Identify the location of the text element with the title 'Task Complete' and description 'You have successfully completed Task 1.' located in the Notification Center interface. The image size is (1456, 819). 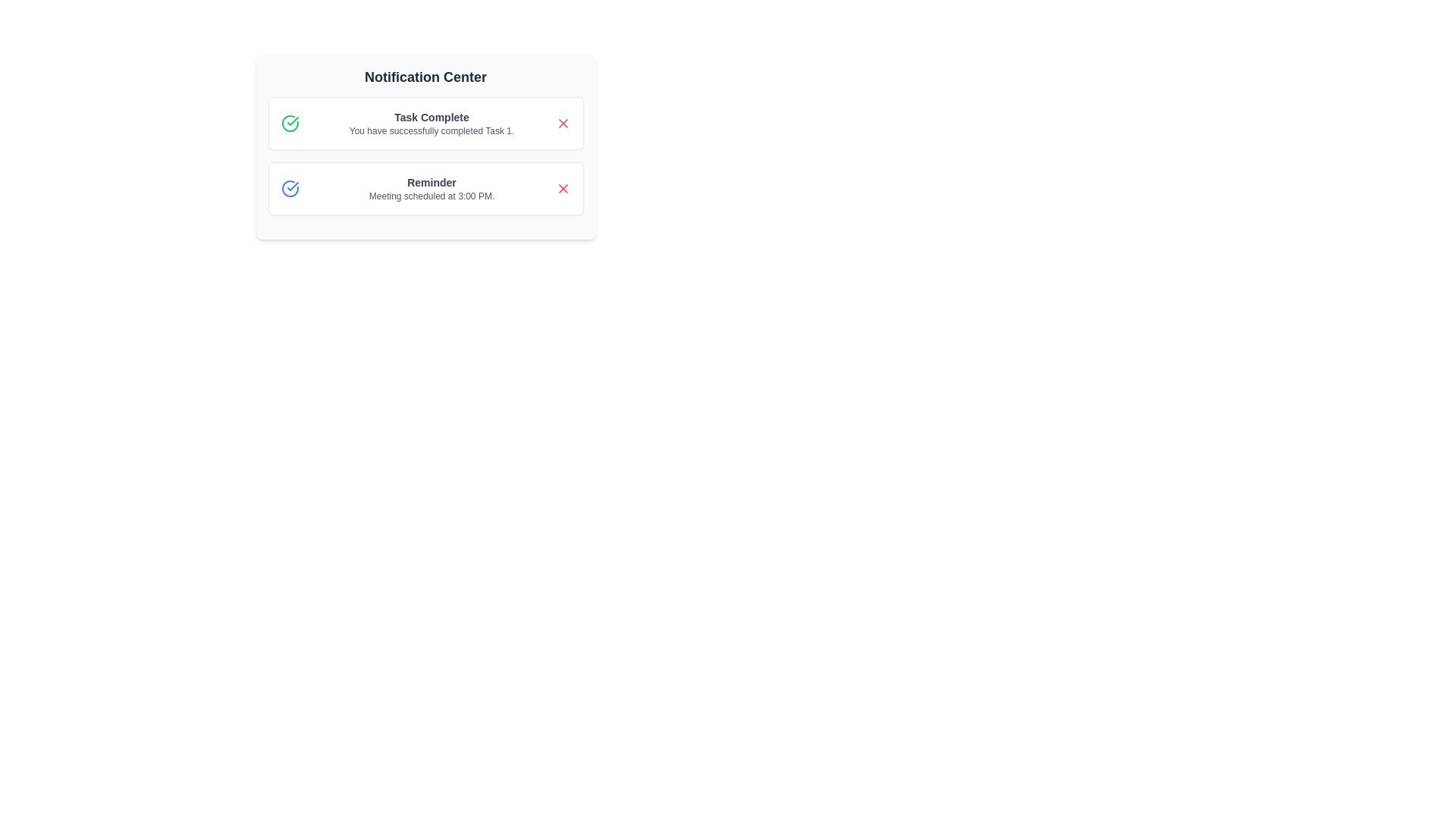
(431, 122).